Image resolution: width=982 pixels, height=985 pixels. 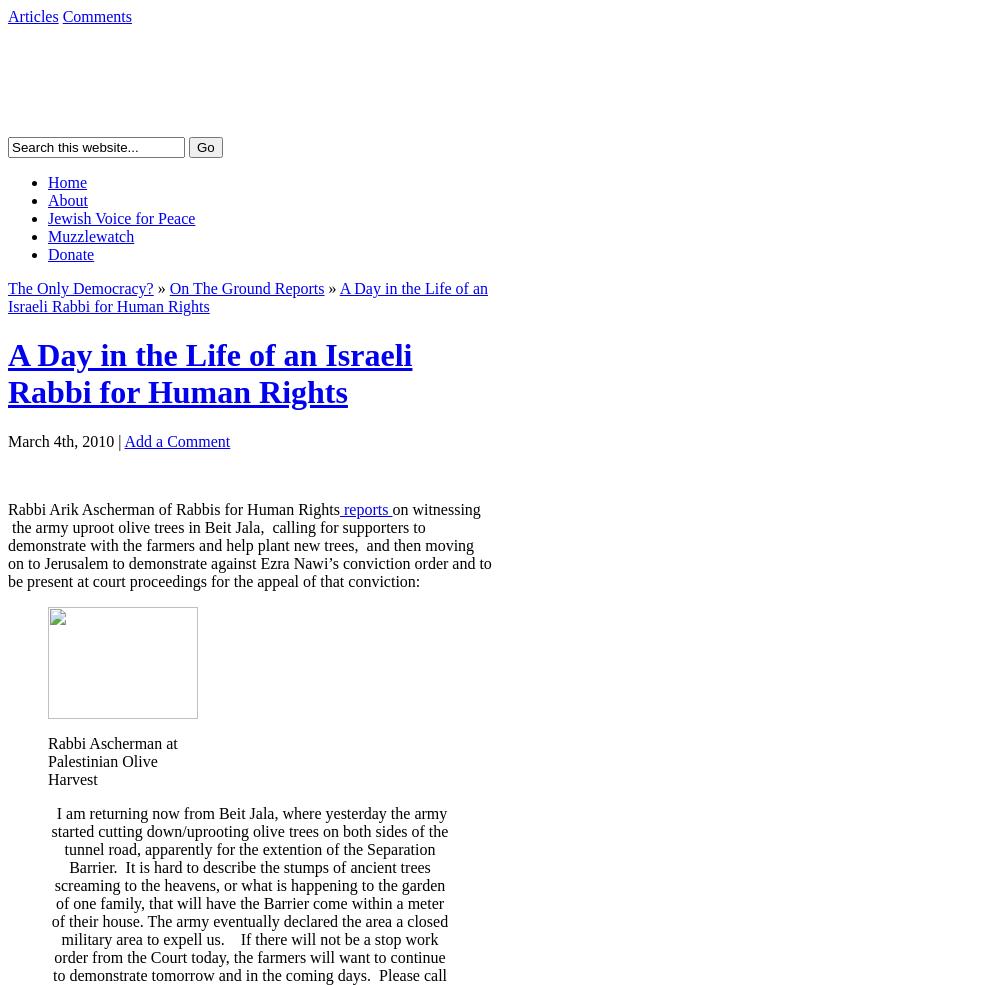 I want to click on 'on witnessing  the army uproot olive trees in Beit Jala,  calling for supporters to demonstrate with the farmers and help plant new trees,  and then moving on to Jerusalem to demonstrate against Ezra Nawi’s conviction order and to be present at court proceedings for the appeal of that conviction:', so click(x=249, y=544).